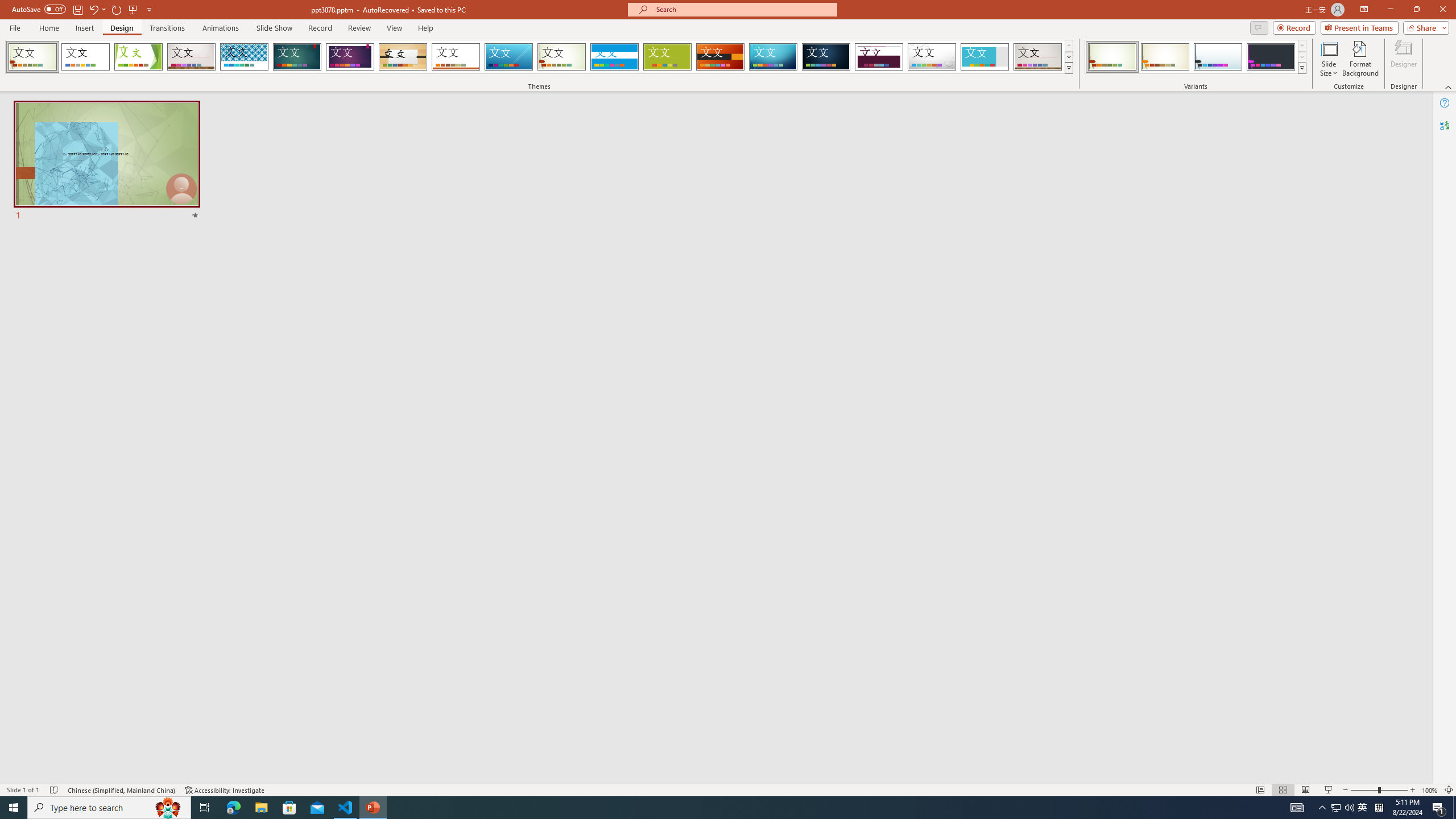 The image size is (1456, 819). Describe the element at coordinates (106, 161) in the screenshot. I see `'Slide'` at that location.